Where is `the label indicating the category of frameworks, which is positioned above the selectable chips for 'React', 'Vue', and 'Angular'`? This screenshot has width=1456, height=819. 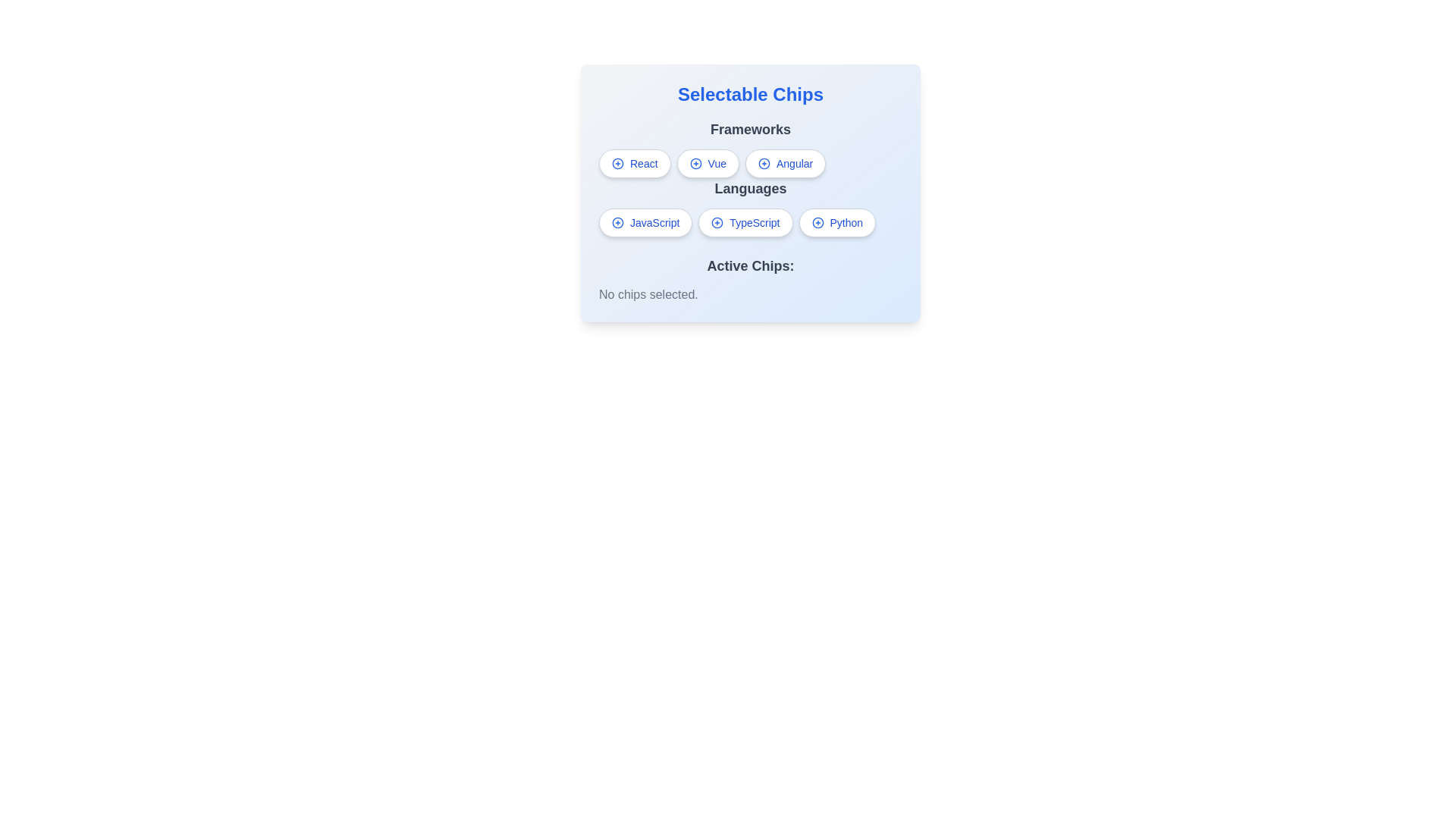
the label indicating the category of frameworks, which is positioned above the selectable chips for 'React', 'Vue', and 'Angular' is located at coordinates (750, 128).